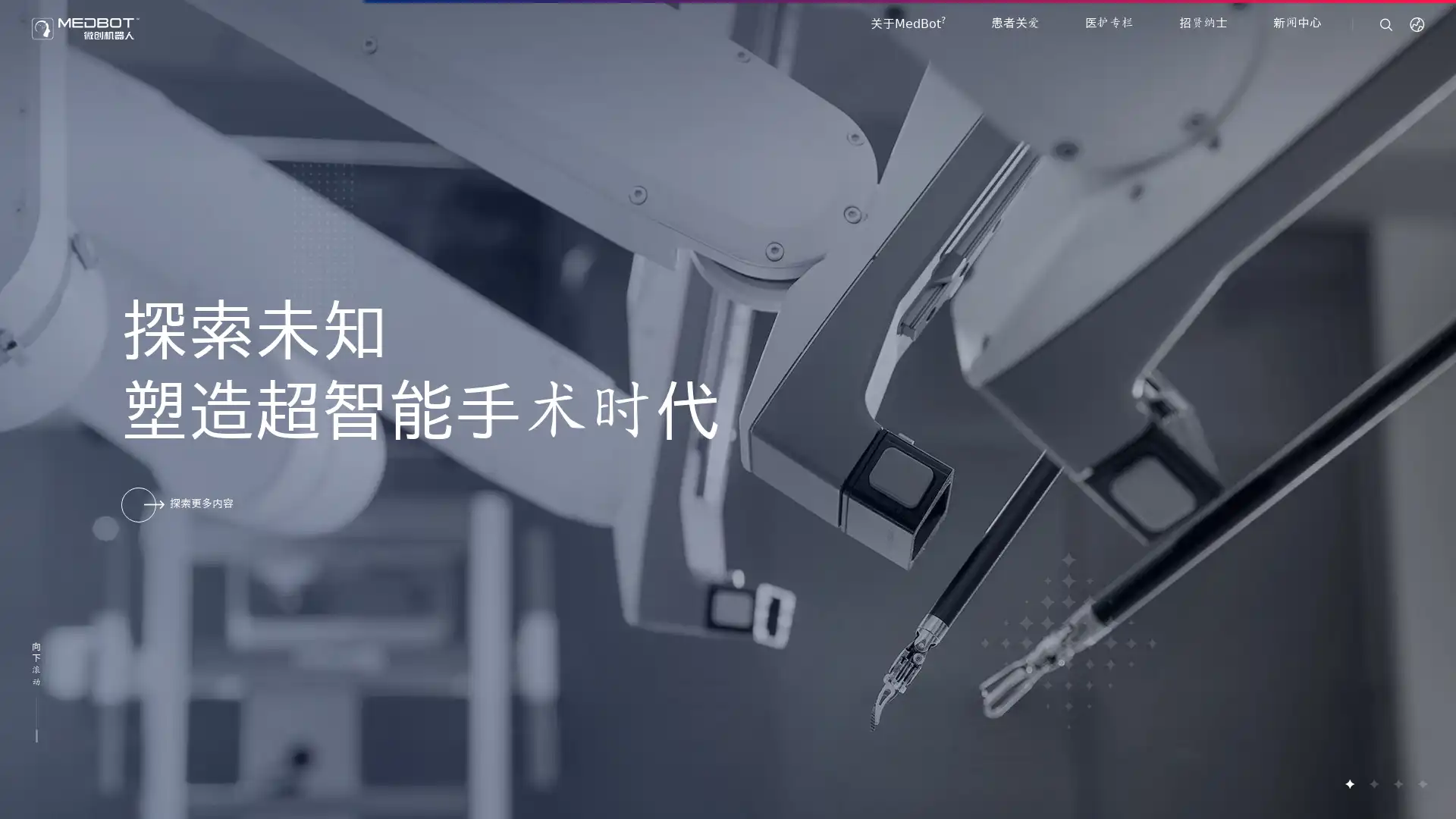  Describe the element at coordinates (1397, 783) in the screenshot. I see `Go to slide 3` at that location.